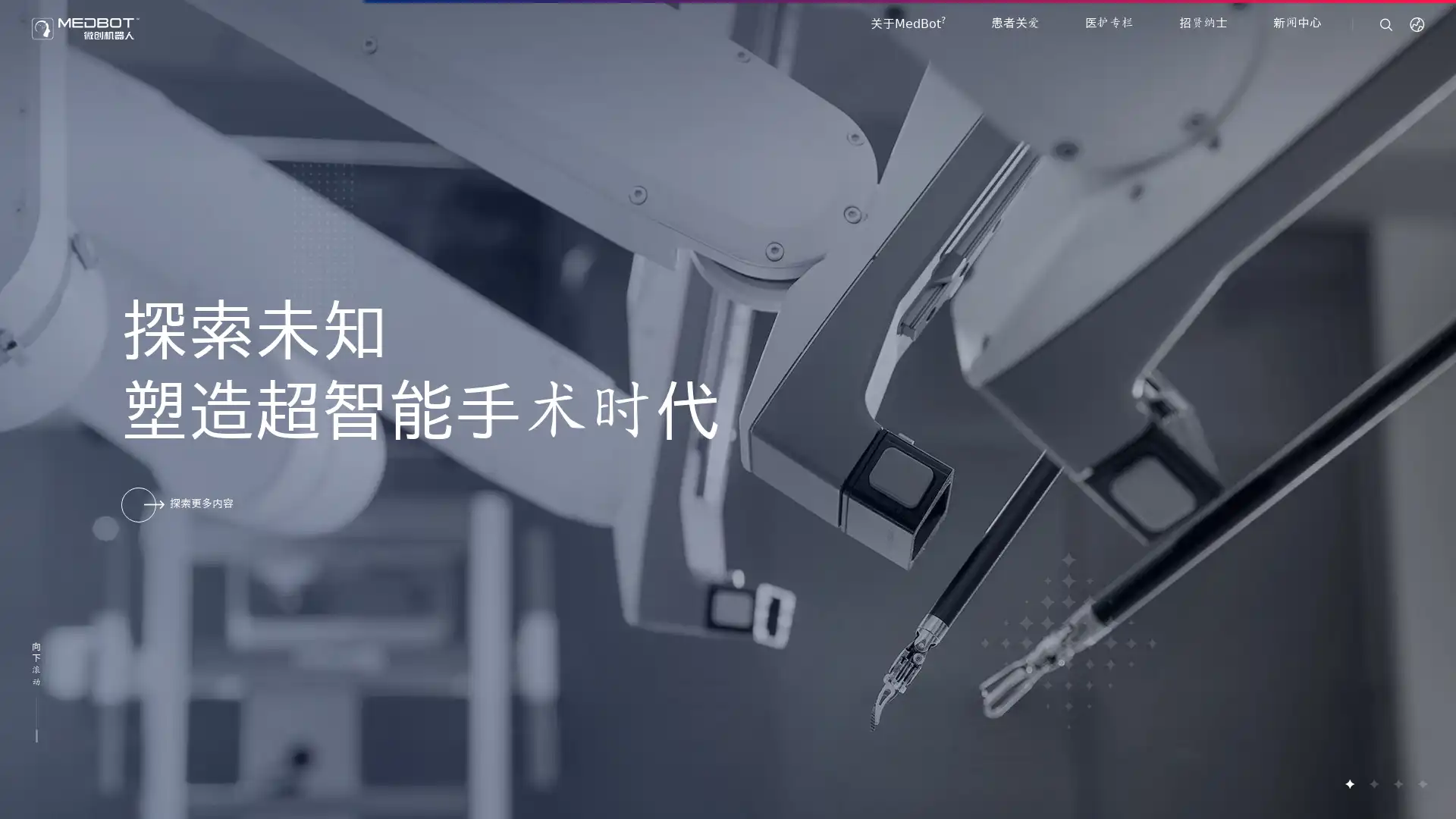  Describe the element at coordinates (1397, 783) in the screenshot. I see `Go to slide 3` at that location.